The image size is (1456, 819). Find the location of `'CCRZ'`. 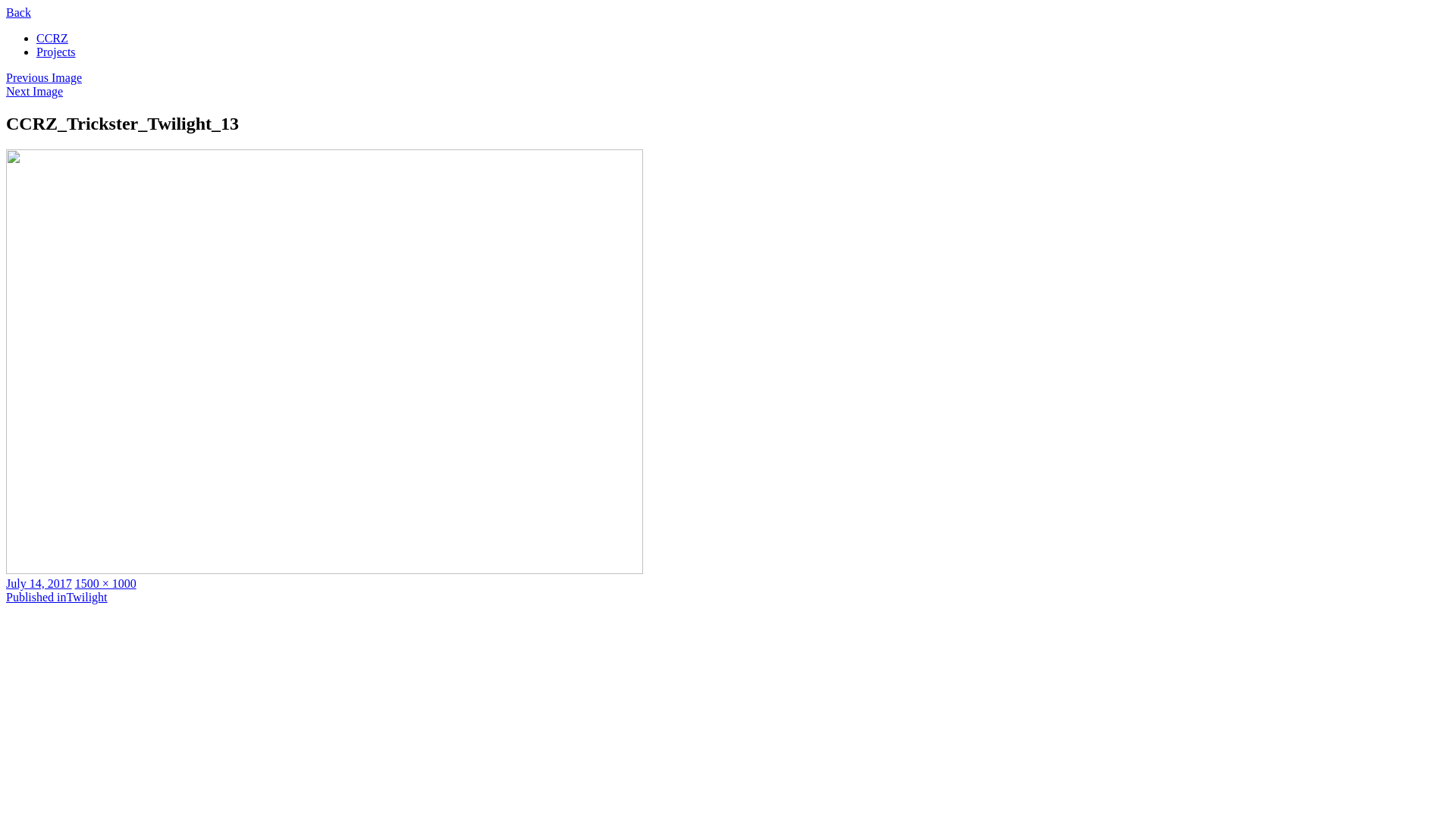

'CCRZ' is located at coordinates (52, 37).